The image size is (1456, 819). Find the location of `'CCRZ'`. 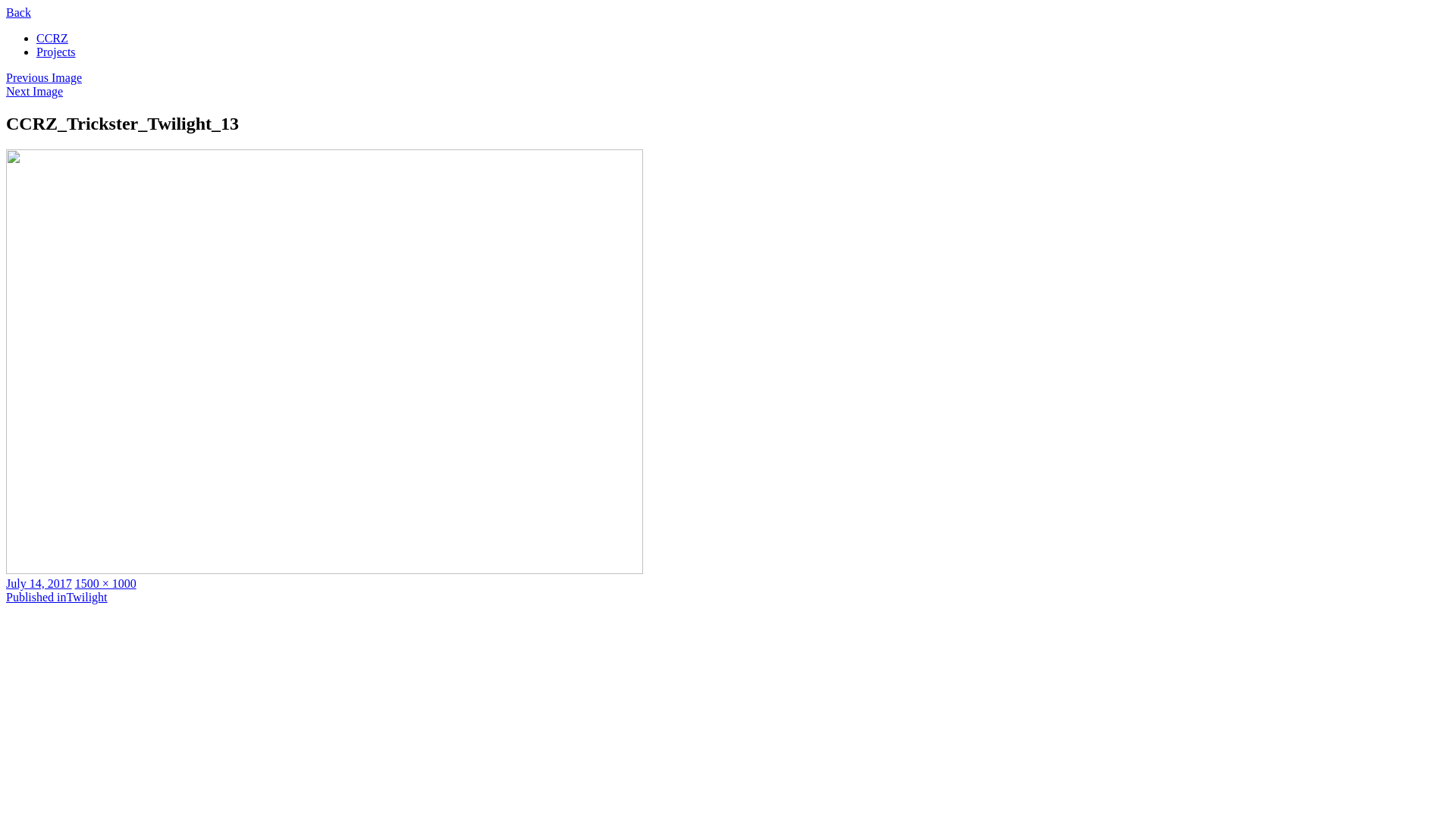

'CCRZ' is located at coordinates (52, 37).